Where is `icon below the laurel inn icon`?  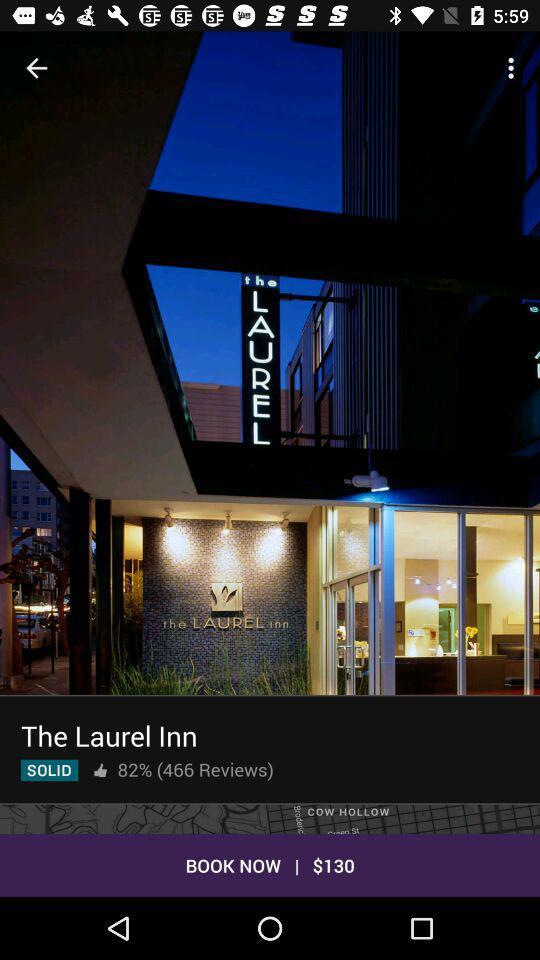
icon below the laurel inn icon is located at coordinates (49, 769).